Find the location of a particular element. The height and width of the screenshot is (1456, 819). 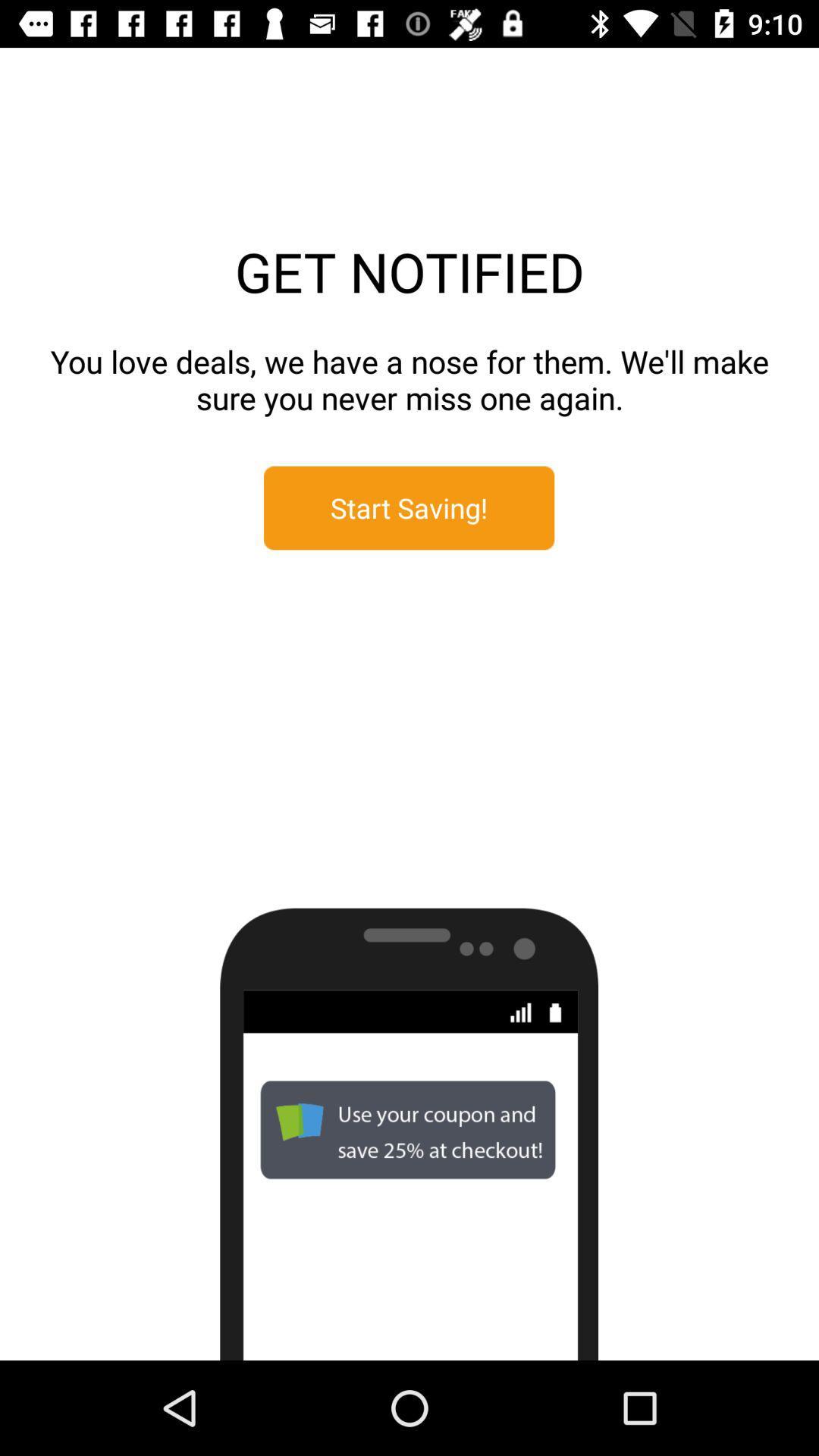

icon at the center is located at coordinates (408, 508).